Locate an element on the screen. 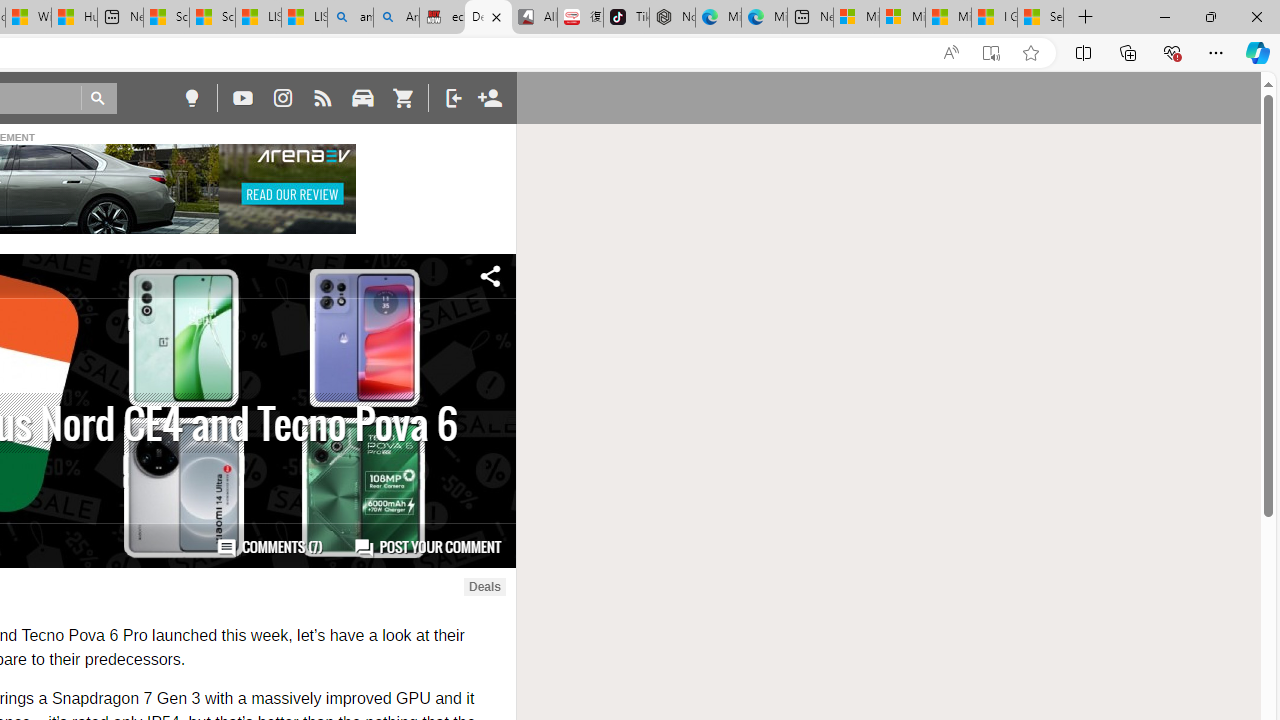 This screenshot has height=720, width=1280. 'Nordace - Best Sellers' is located at coordinates (672, 17).